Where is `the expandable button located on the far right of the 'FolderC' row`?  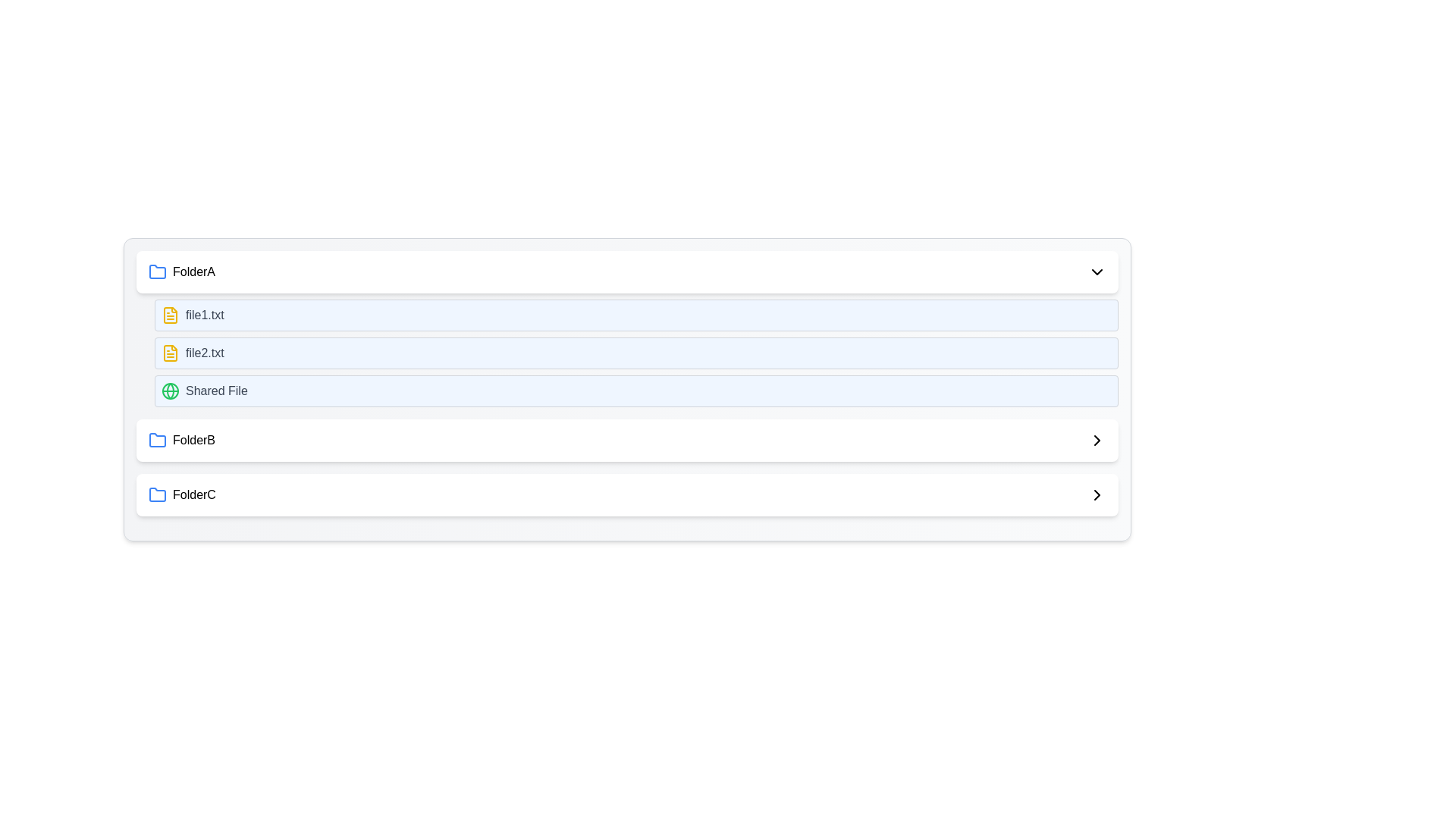 the expandable button located on the far right of the 'FolderC' row is located at coordinates (1097, 494).